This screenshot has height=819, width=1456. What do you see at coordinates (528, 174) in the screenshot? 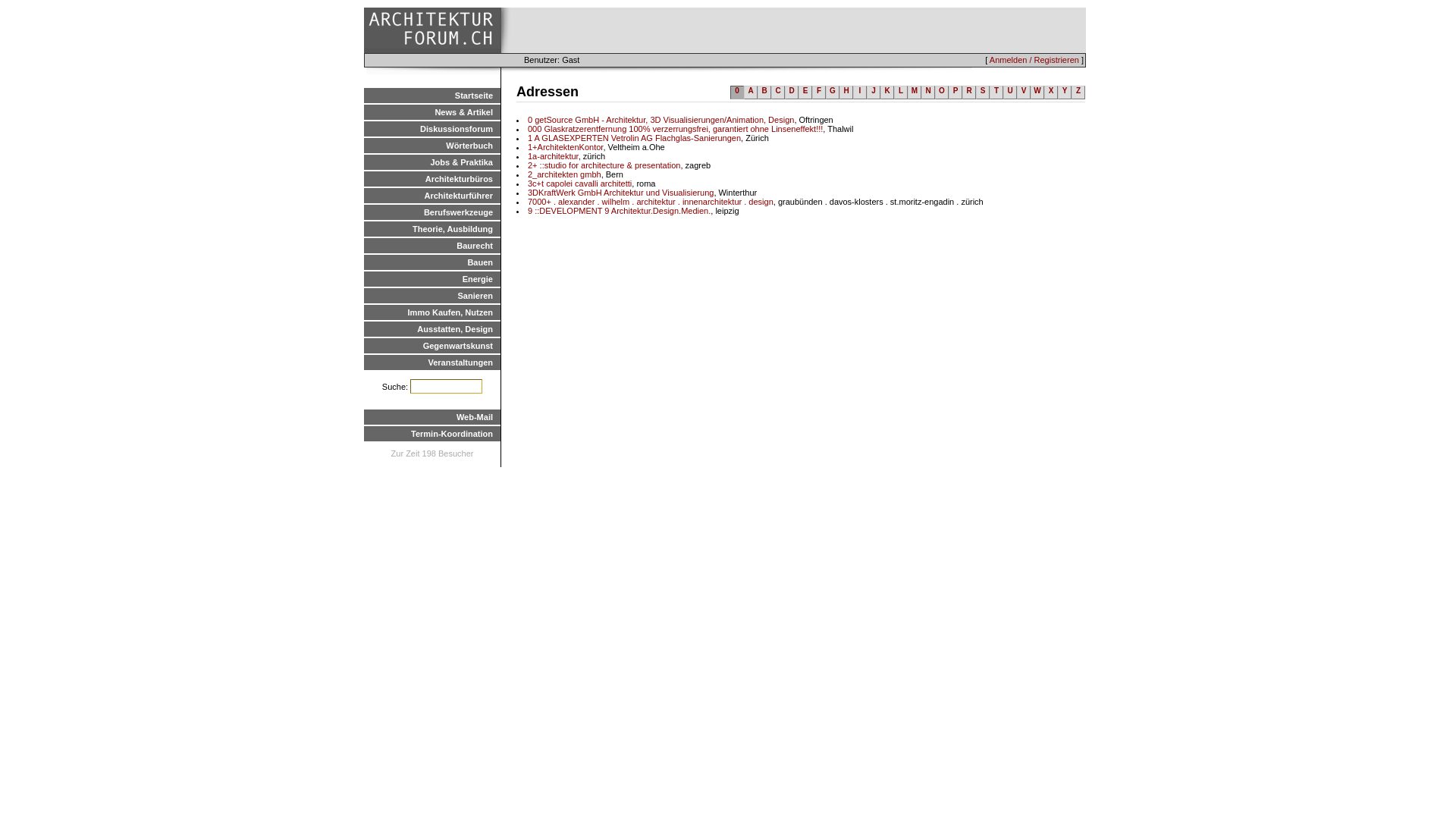
I see `'2_architekten gmbh'` at bounding box center [528, 174].